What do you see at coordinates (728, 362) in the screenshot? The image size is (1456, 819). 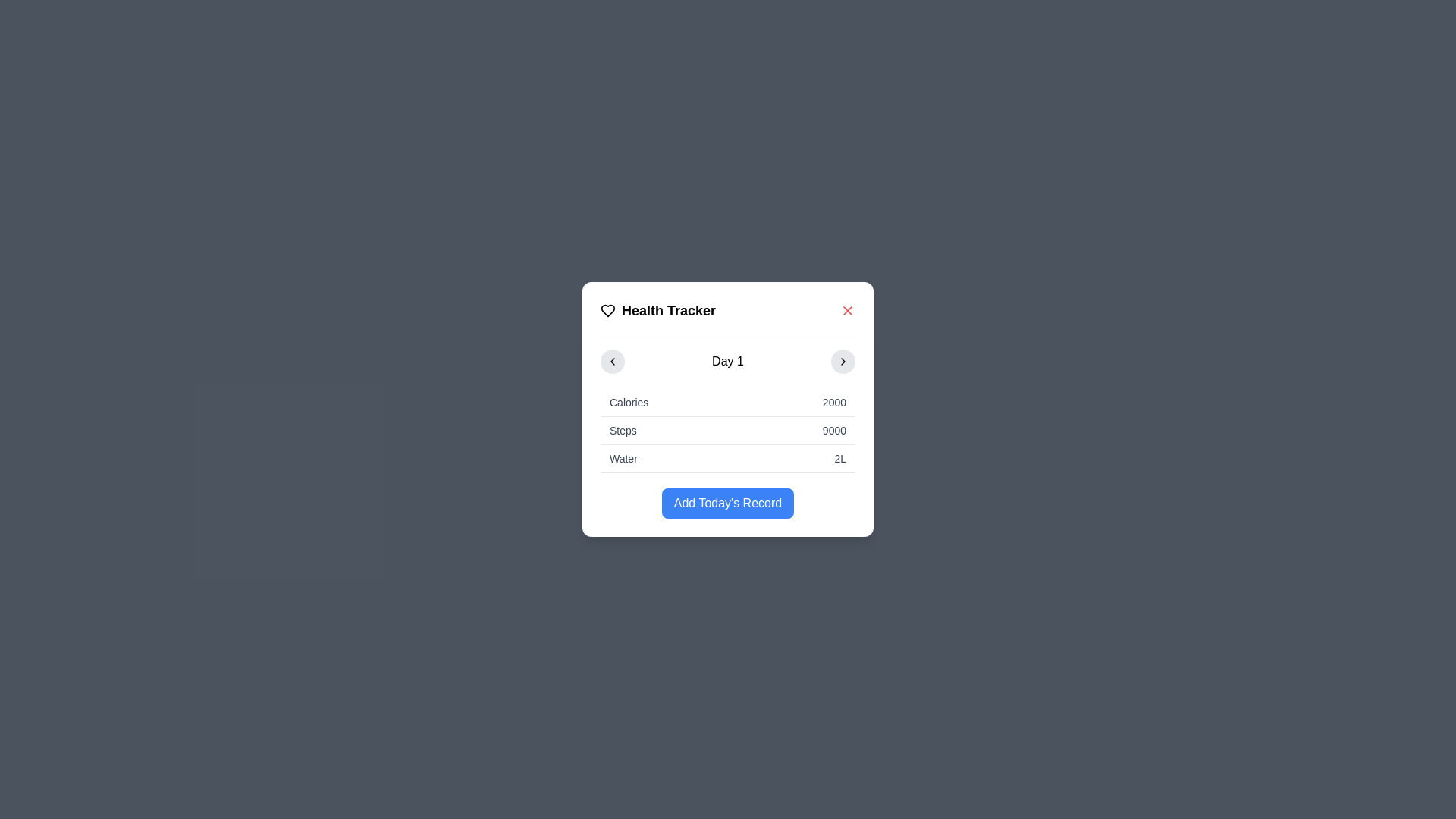 I see `the text label displaying 'Day 1', which is centrally positioned in the navigation layout and flanked by two circular arrow icons` at bounding box center [728, 362].